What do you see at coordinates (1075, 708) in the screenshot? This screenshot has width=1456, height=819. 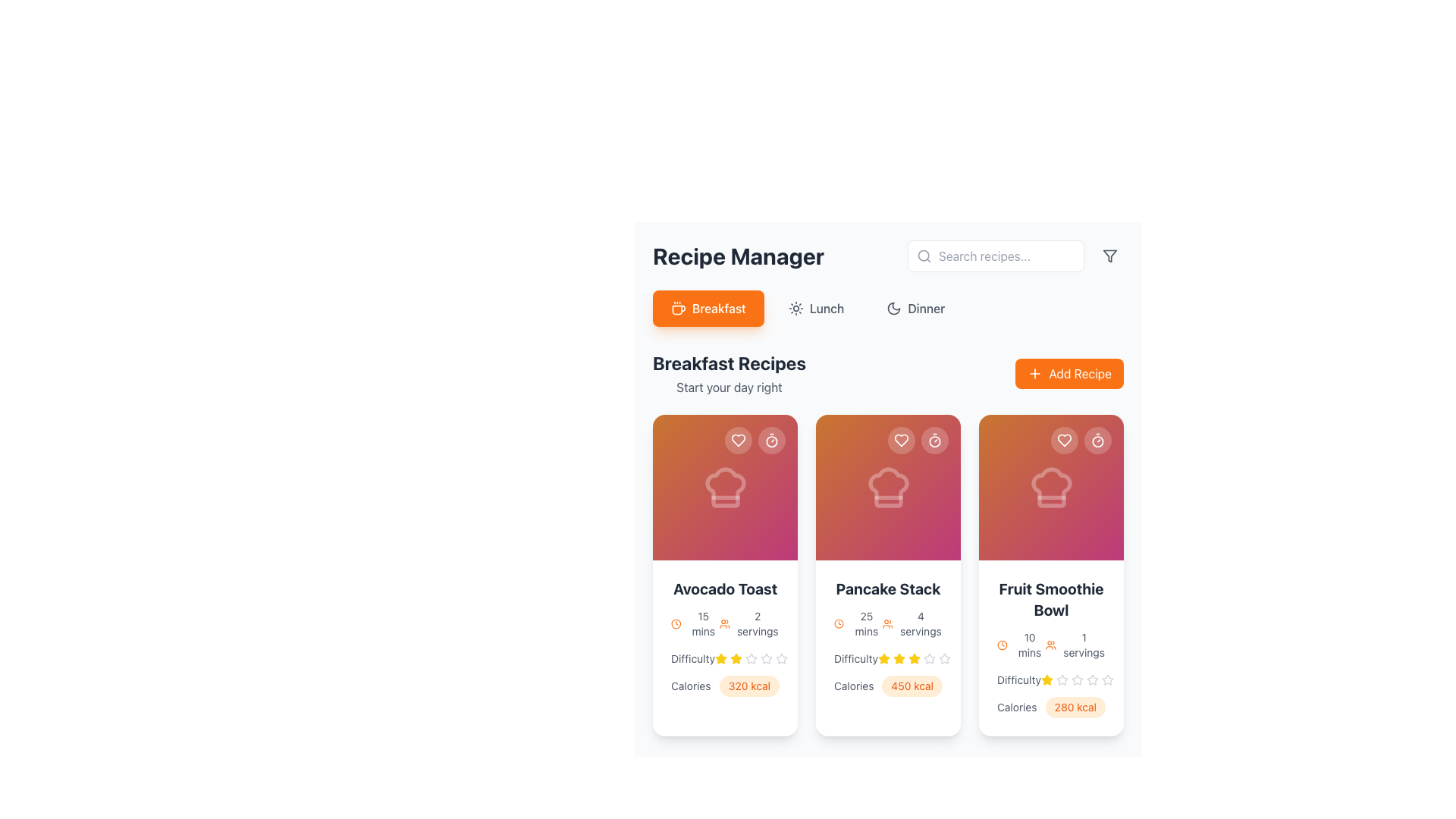 I see `the small pill-shaped label displaying '280 kcal' with a rounded orange background, located in the 'Calories' section of the 'Fruit Smoothie Bowl' card` at bounding box center [1075, 708].